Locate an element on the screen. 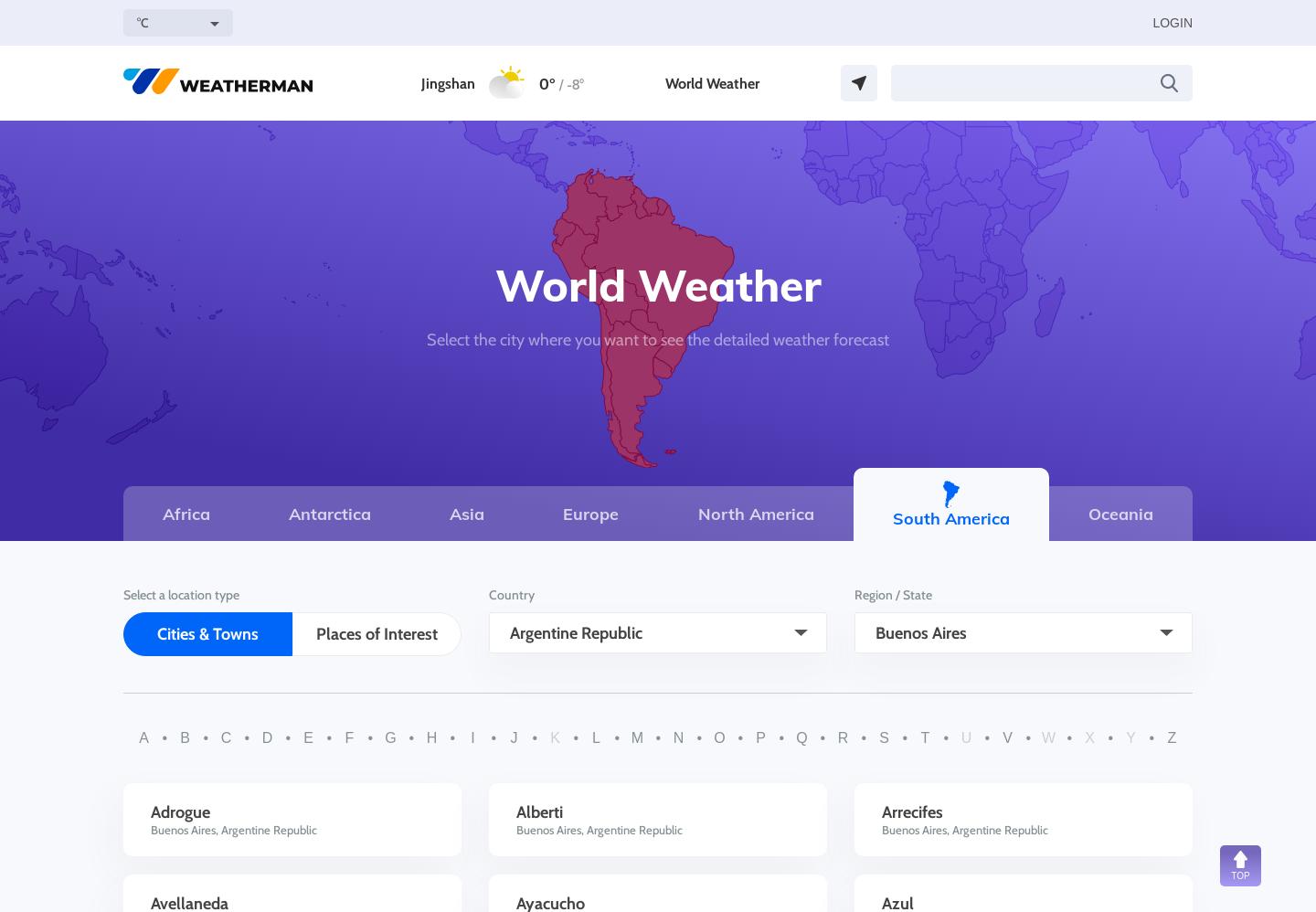 This screenshot has height=912, width=1316. 'South America' is located at coordinates (950, 516).